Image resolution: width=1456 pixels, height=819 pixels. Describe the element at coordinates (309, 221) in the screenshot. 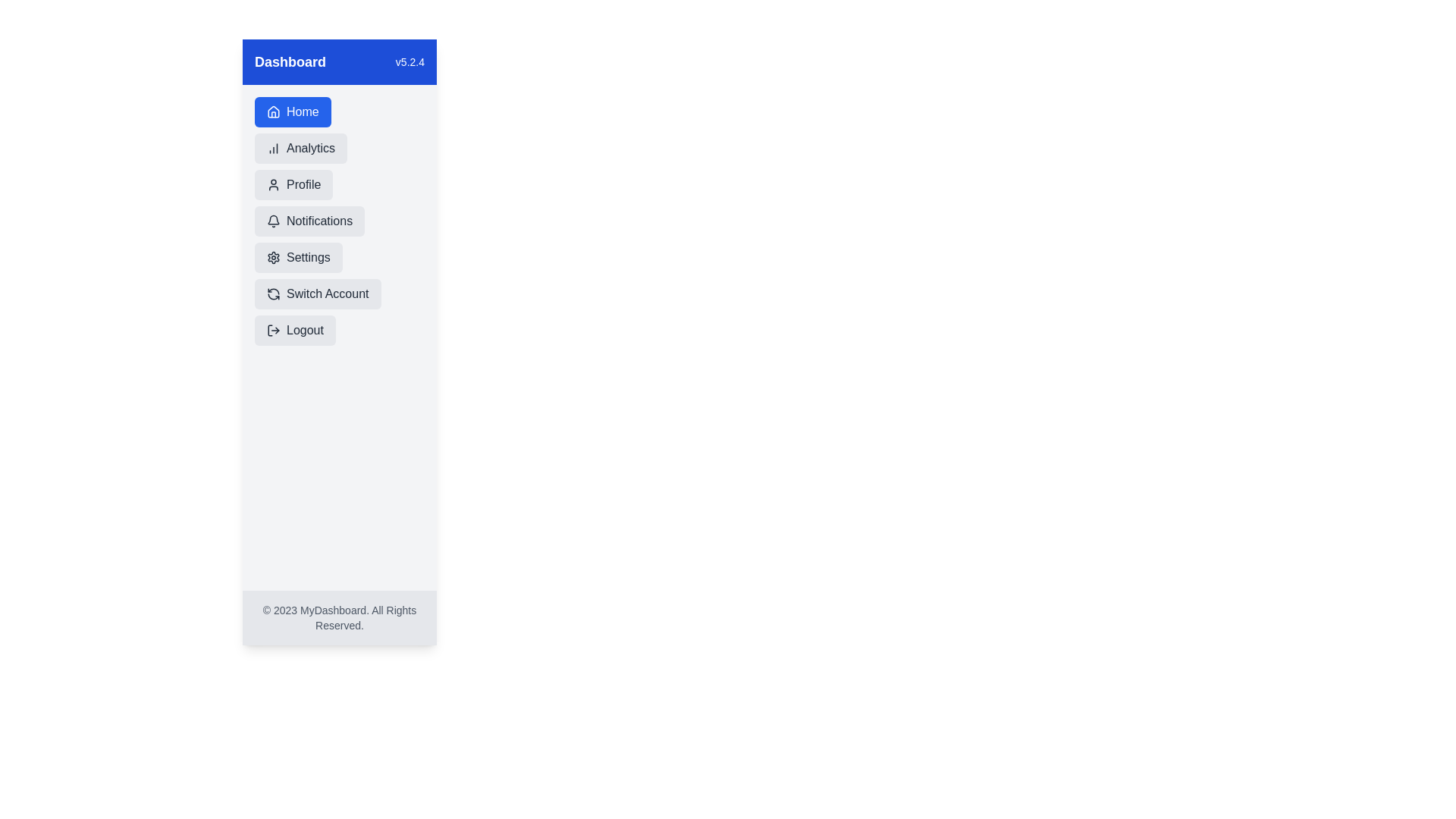

I see `the 'Notifications' button, which features a bell icon on the left and a light gray background that turns blue on hover, located fourth in the vertical menu under 'Home', 'Analytics', and 'Profile'` at that location.